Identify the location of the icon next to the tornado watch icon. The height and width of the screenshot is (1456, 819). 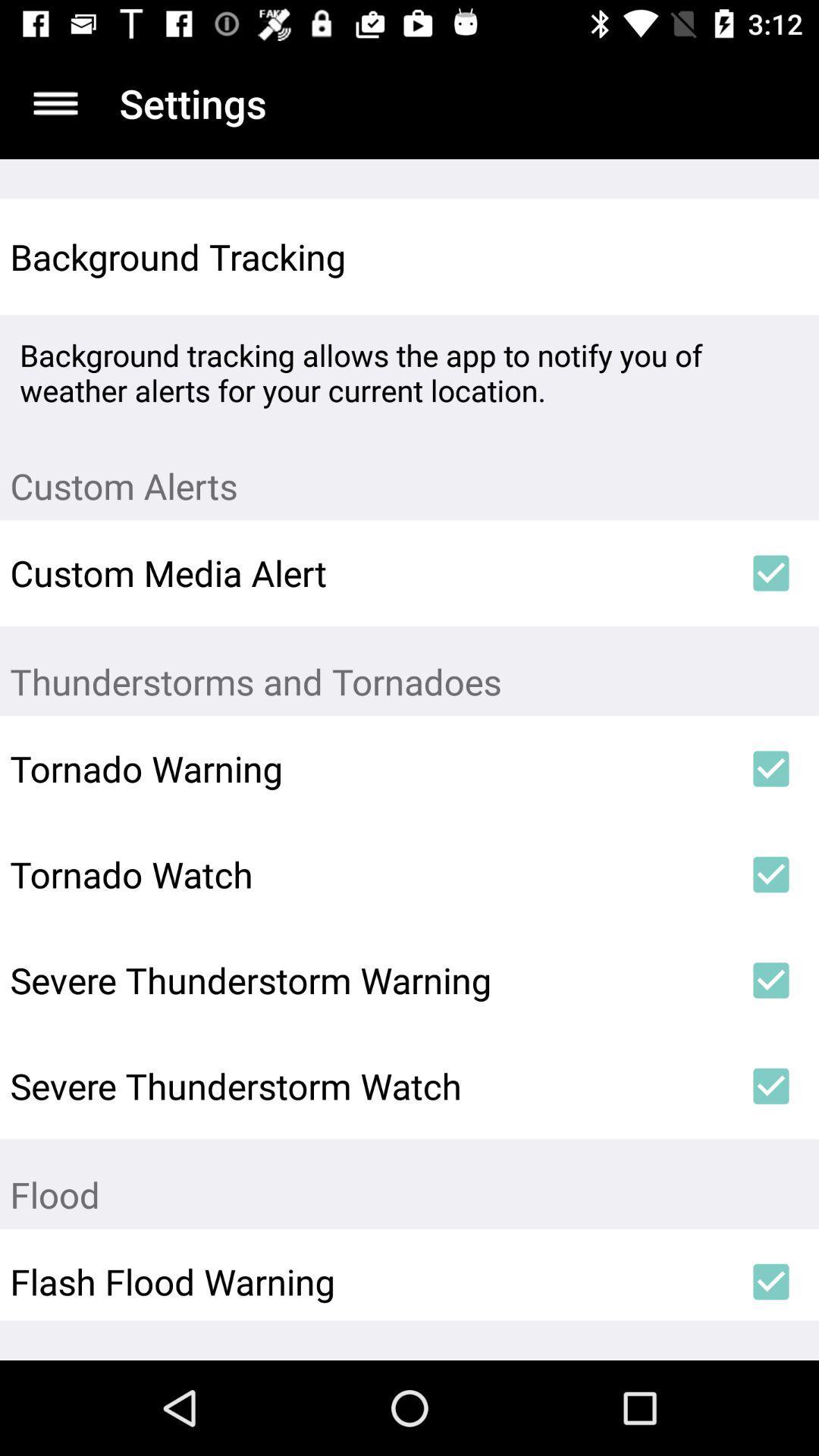
(771, 874).